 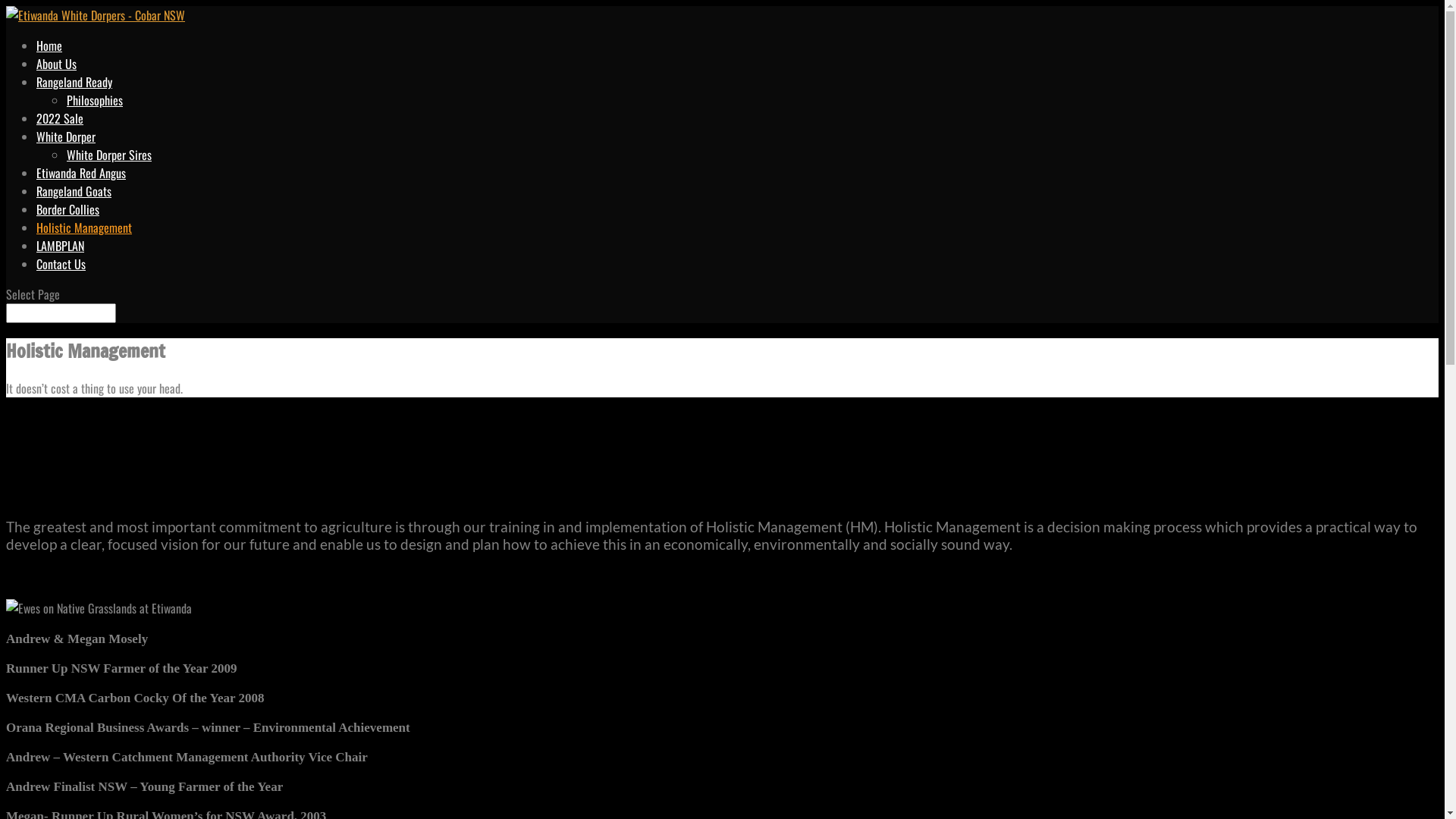 What do you see at coordinates (67, 209) in the screenshot?
I see `'Border Collies'` at bounding box center [67, 209].